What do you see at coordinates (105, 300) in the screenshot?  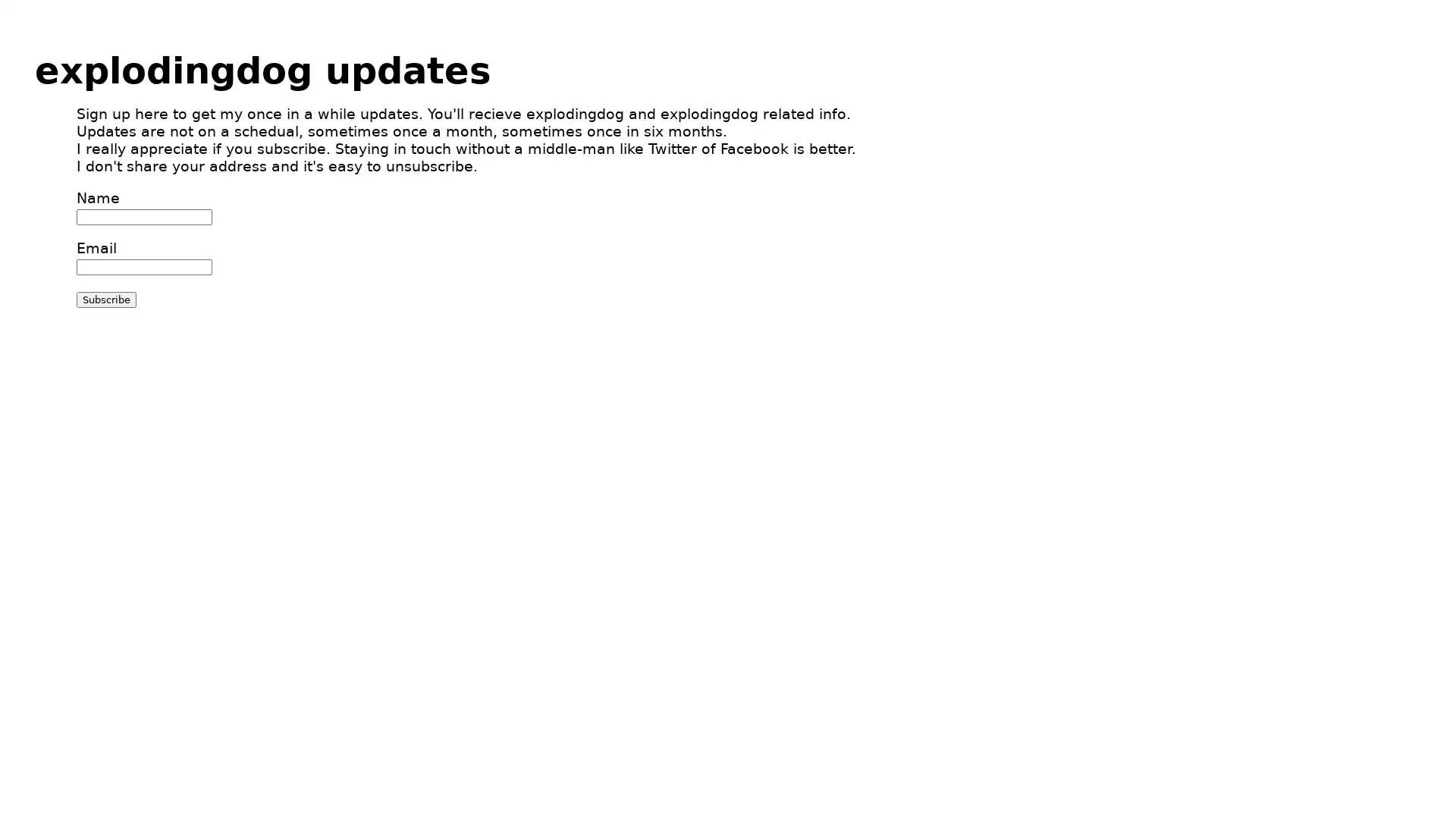 I see `Subscribe` at bounding box center [105, 300].